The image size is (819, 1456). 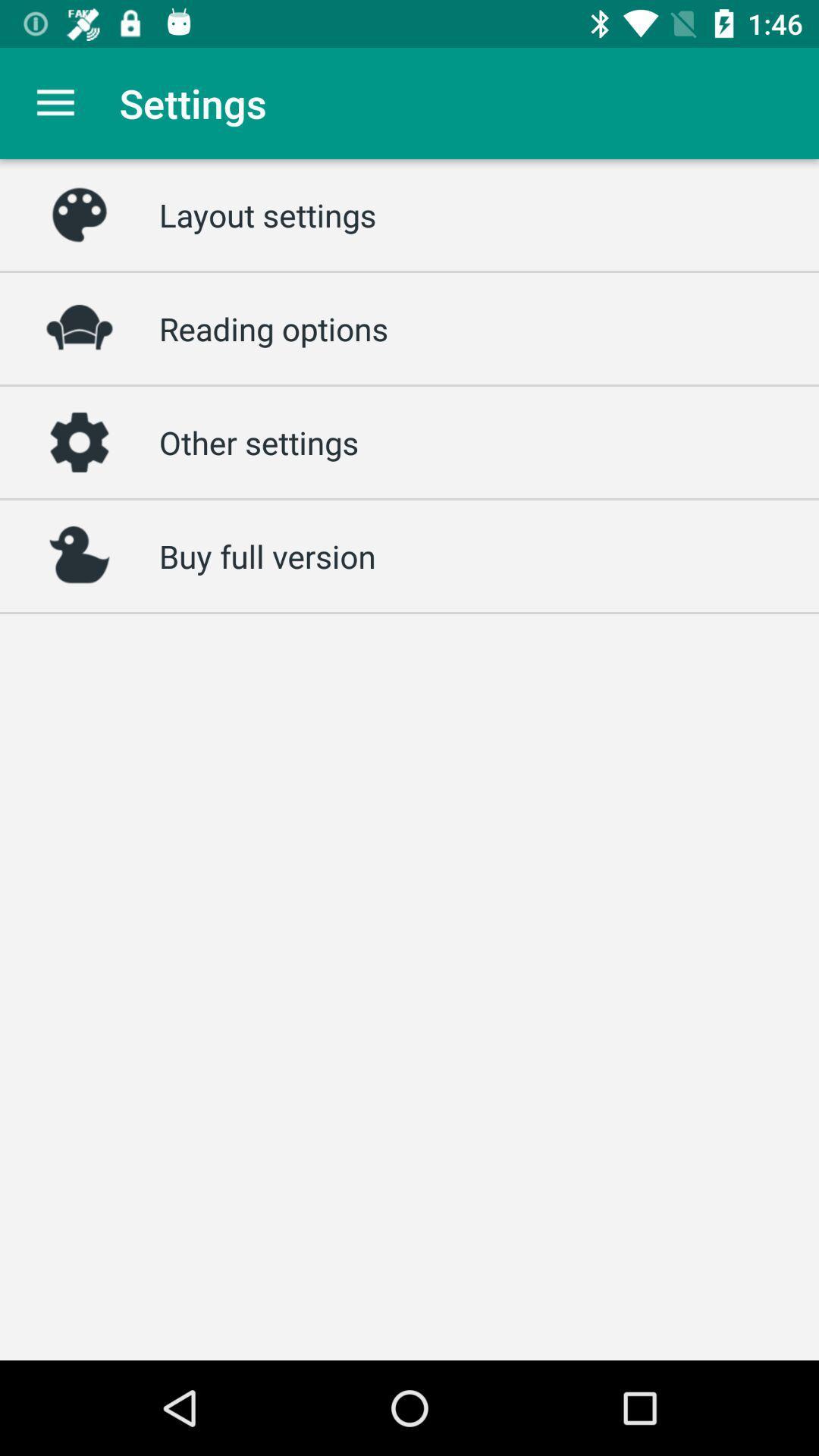 I want to click on the item below the layout settings, so click(x=274, y=328).